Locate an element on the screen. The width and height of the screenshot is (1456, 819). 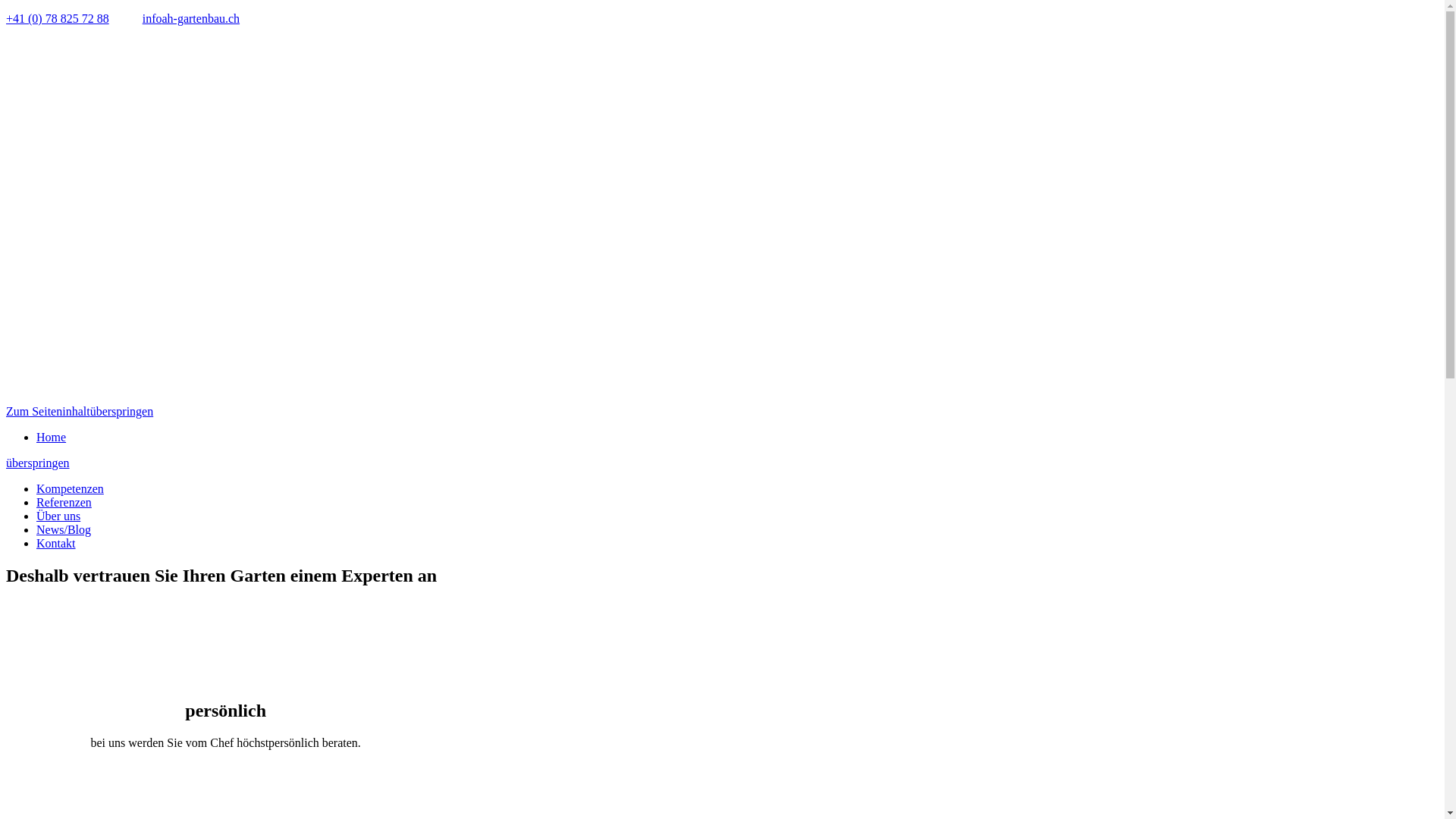
'Home' is located at coordinates (51, 437).